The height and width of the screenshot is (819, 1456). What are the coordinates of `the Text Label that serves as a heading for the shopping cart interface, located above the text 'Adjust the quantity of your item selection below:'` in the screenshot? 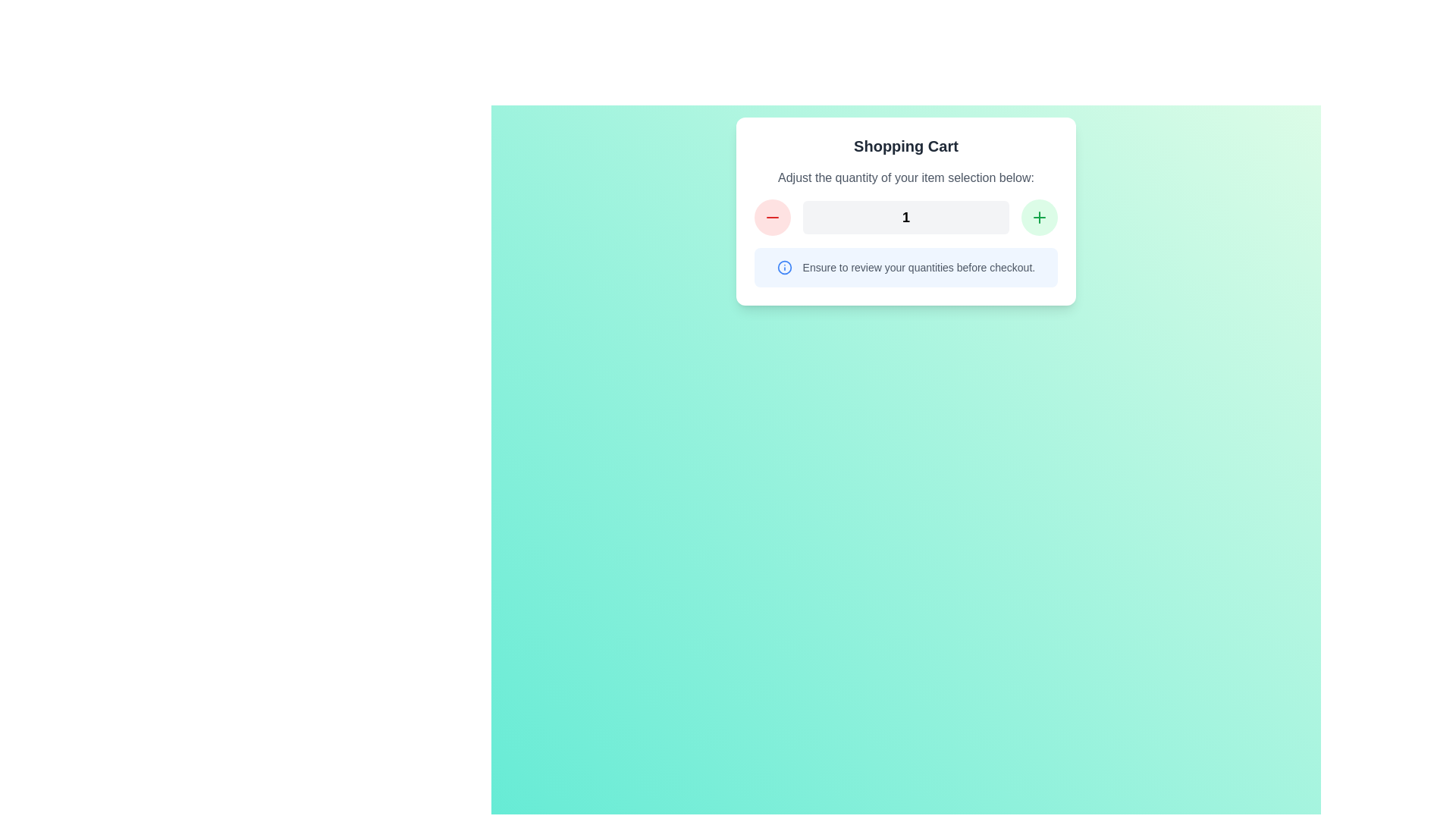 It's located at (906, 146).